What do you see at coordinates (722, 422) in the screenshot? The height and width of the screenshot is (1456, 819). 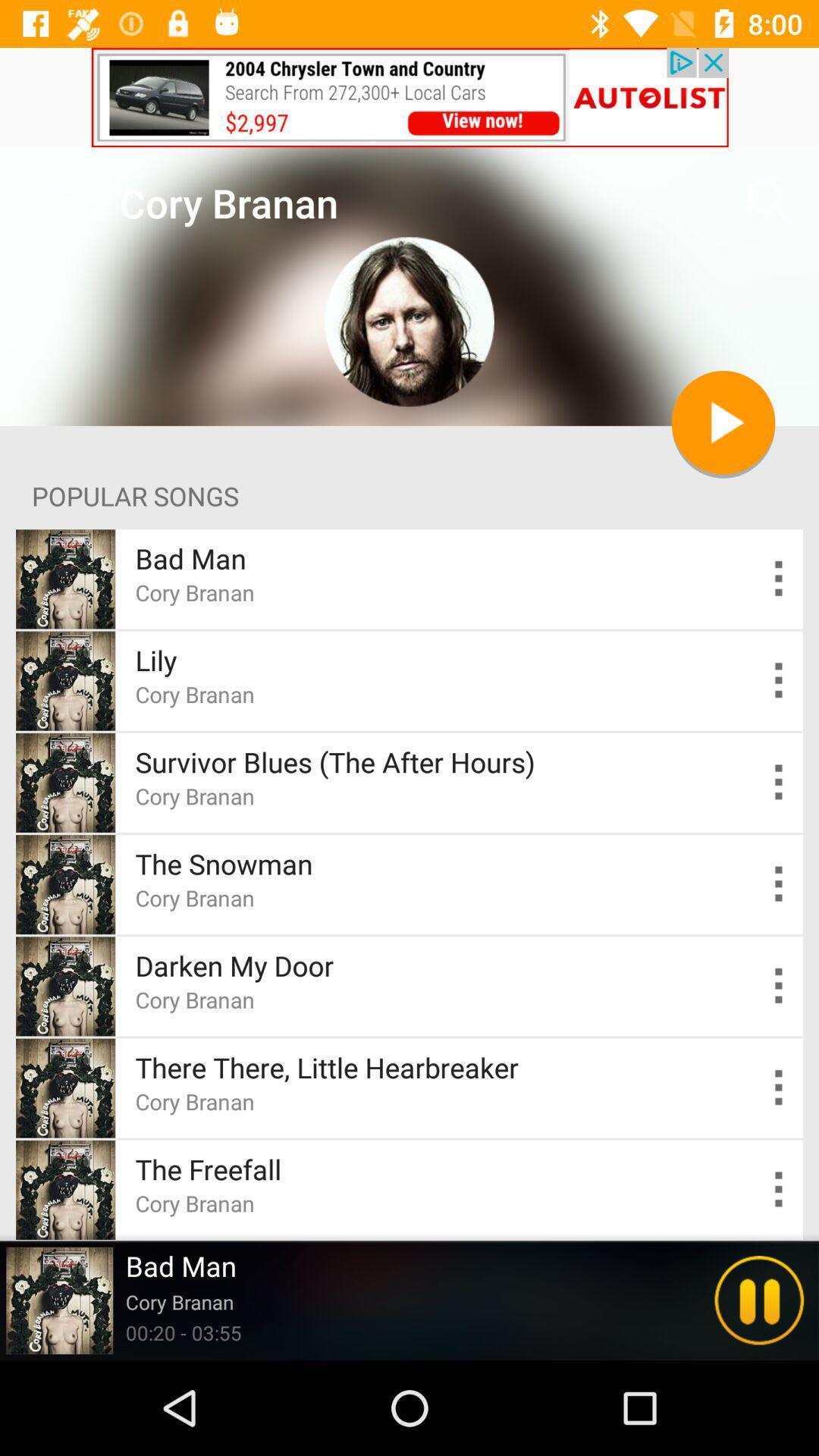 I see `the play icon` at bounding box center [722, 422].